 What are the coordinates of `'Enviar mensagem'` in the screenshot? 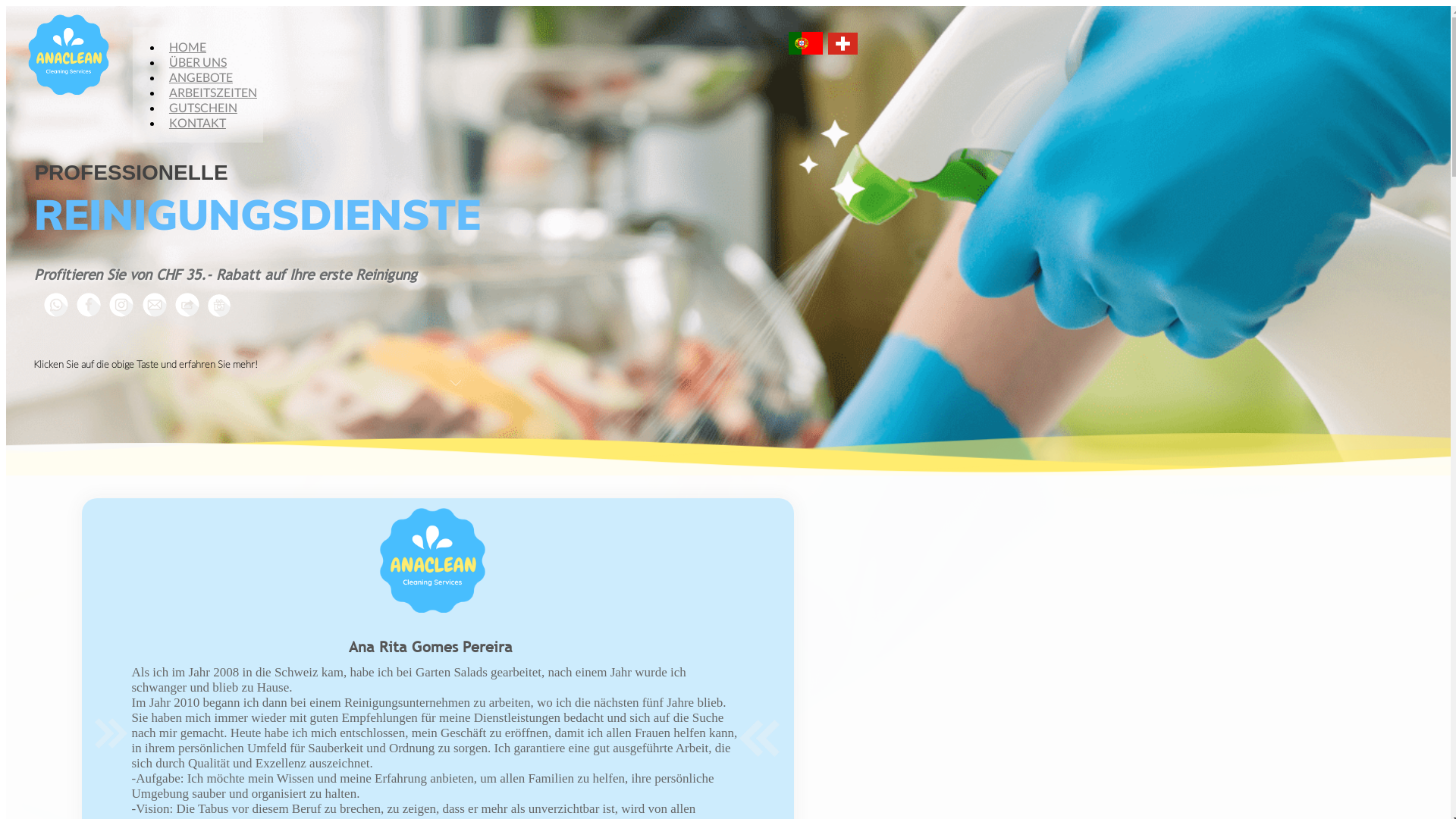 It's located at (155, 304).